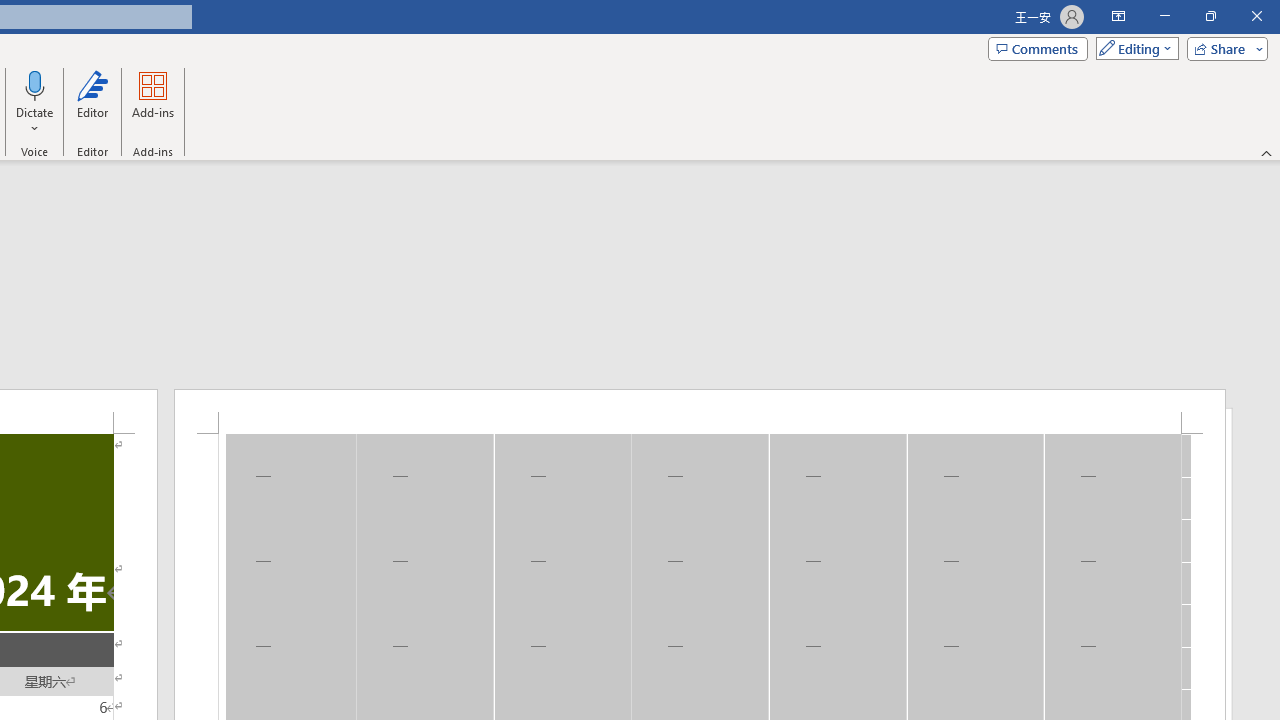  I want to click on 'Editor', so click(91, 103).